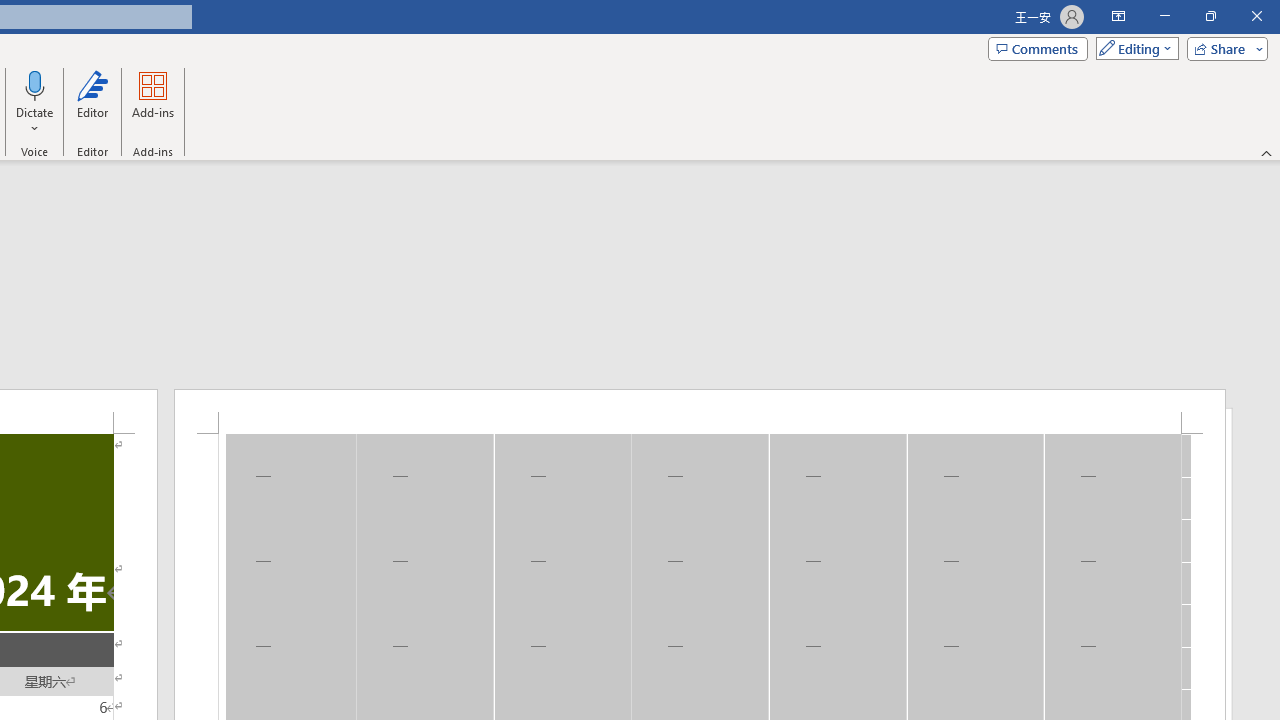  I want to click on 'Editor', so click(91, 103).